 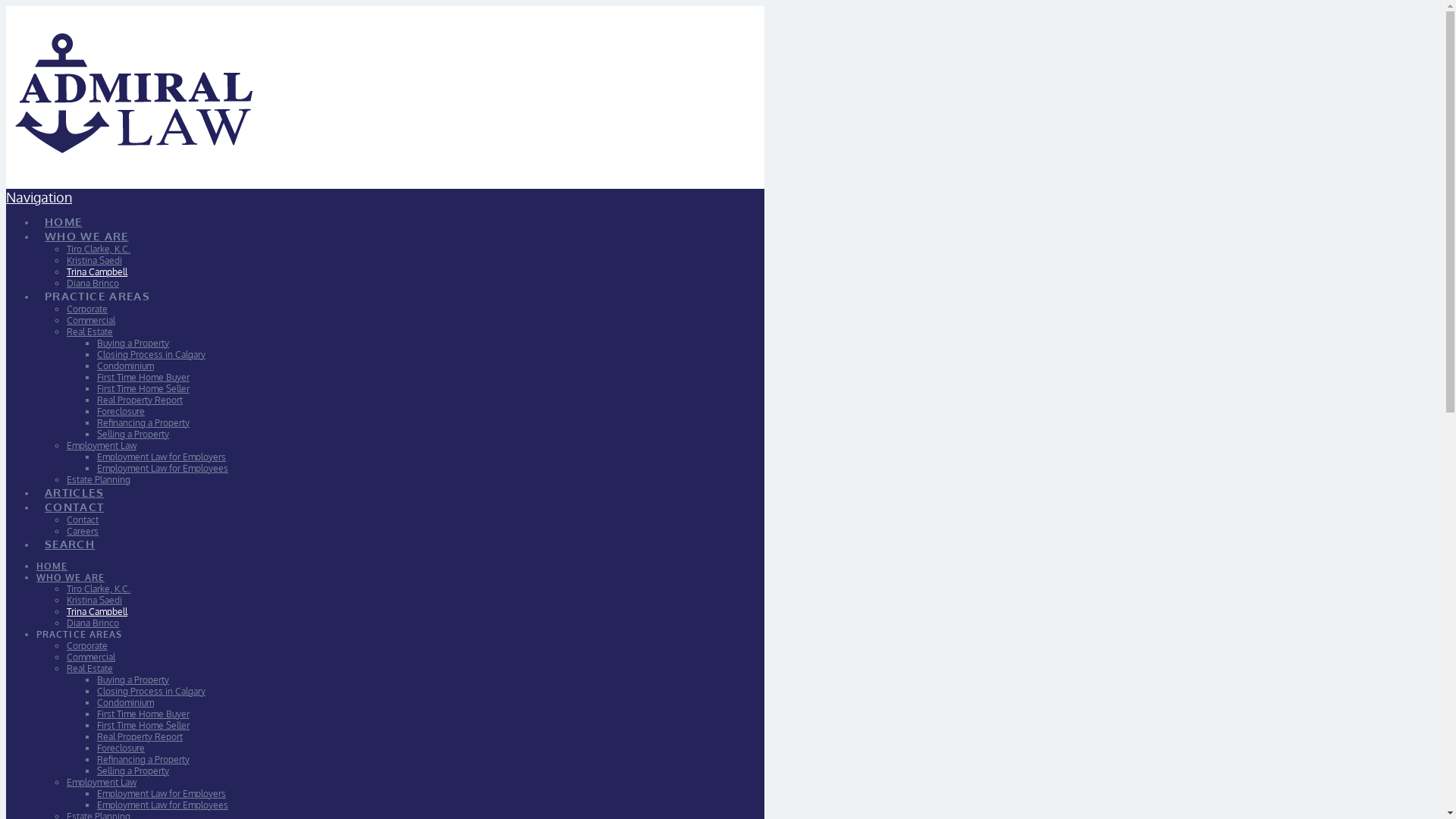 I want to click on 'Condominium', so click(x=125, y=702).